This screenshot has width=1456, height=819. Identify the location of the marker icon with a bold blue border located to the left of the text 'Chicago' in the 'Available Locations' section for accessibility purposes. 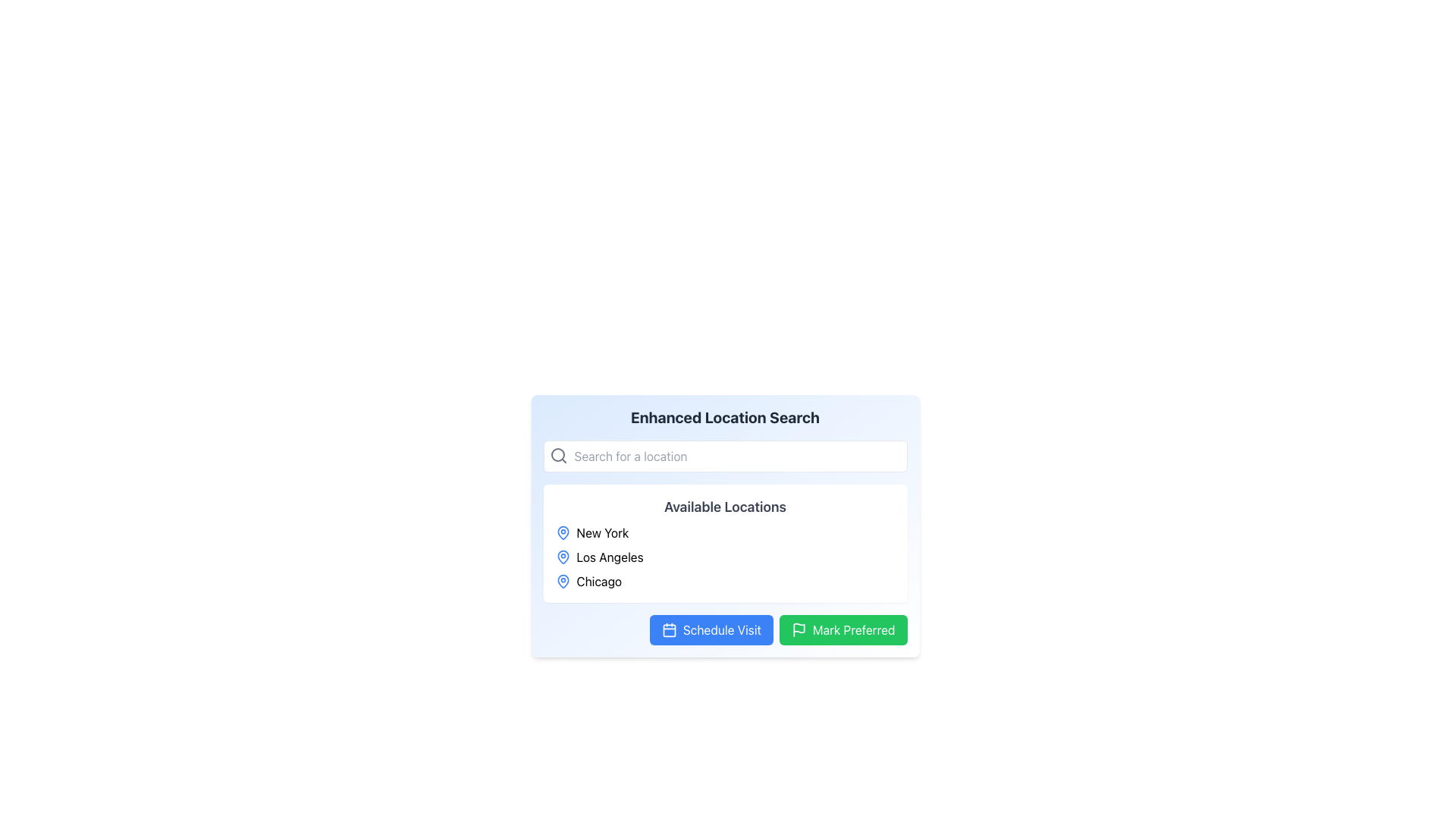
(562, 581).